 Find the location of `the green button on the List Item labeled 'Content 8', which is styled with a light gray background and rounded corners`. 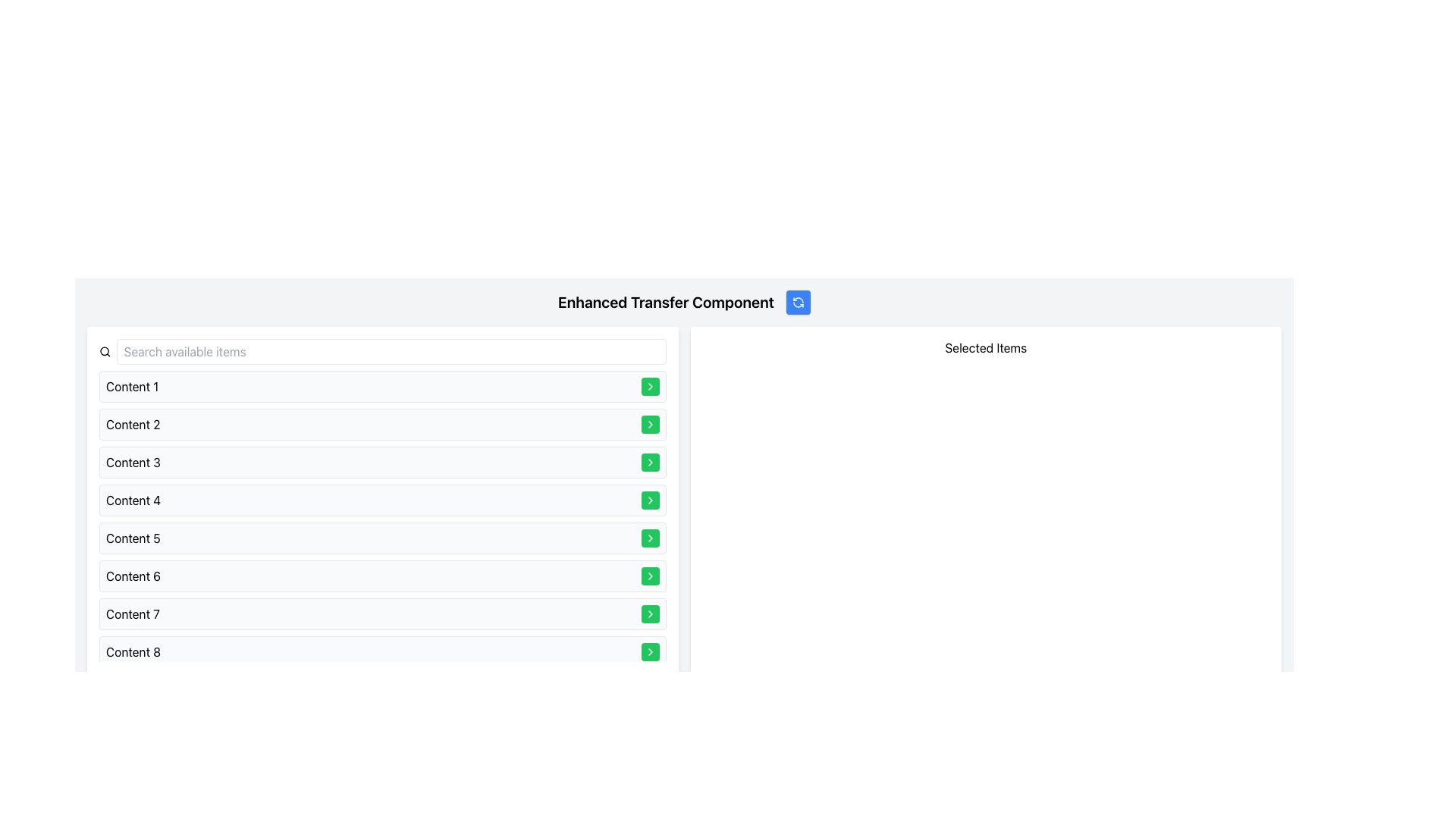

the green button on the List Item labeled 'Content 8', which is styled with a light gray background and rounded corners is located at coordinates (382, 651).